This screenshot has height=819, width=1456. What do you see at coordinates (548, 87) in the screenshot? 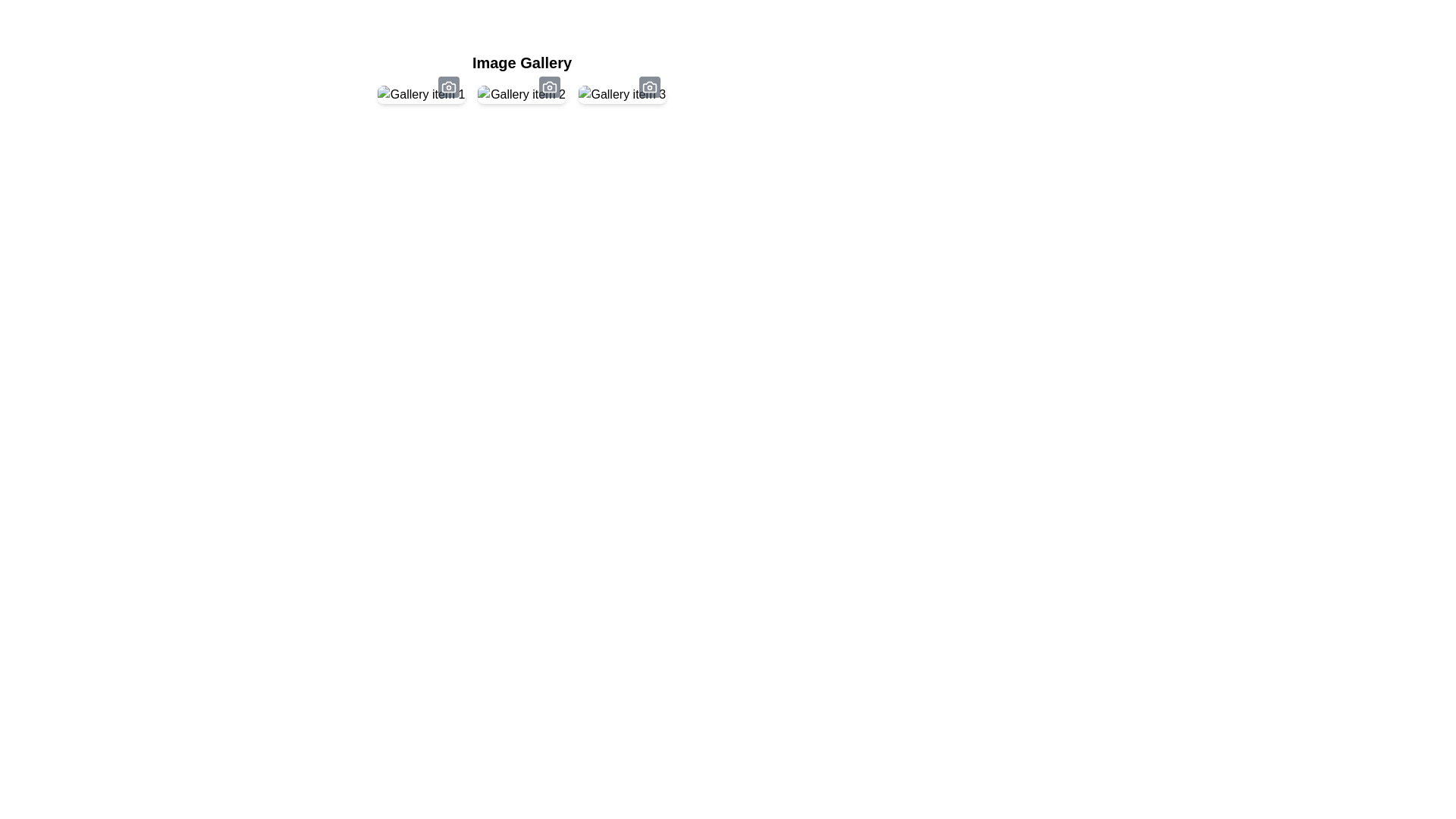
I see `the camera icon located at the bottom-right corner of the thumbnail labeled 'Gallery item 2' in the second position of the row under the 'Image Gallery' heading` at bounding box center [548, 87].